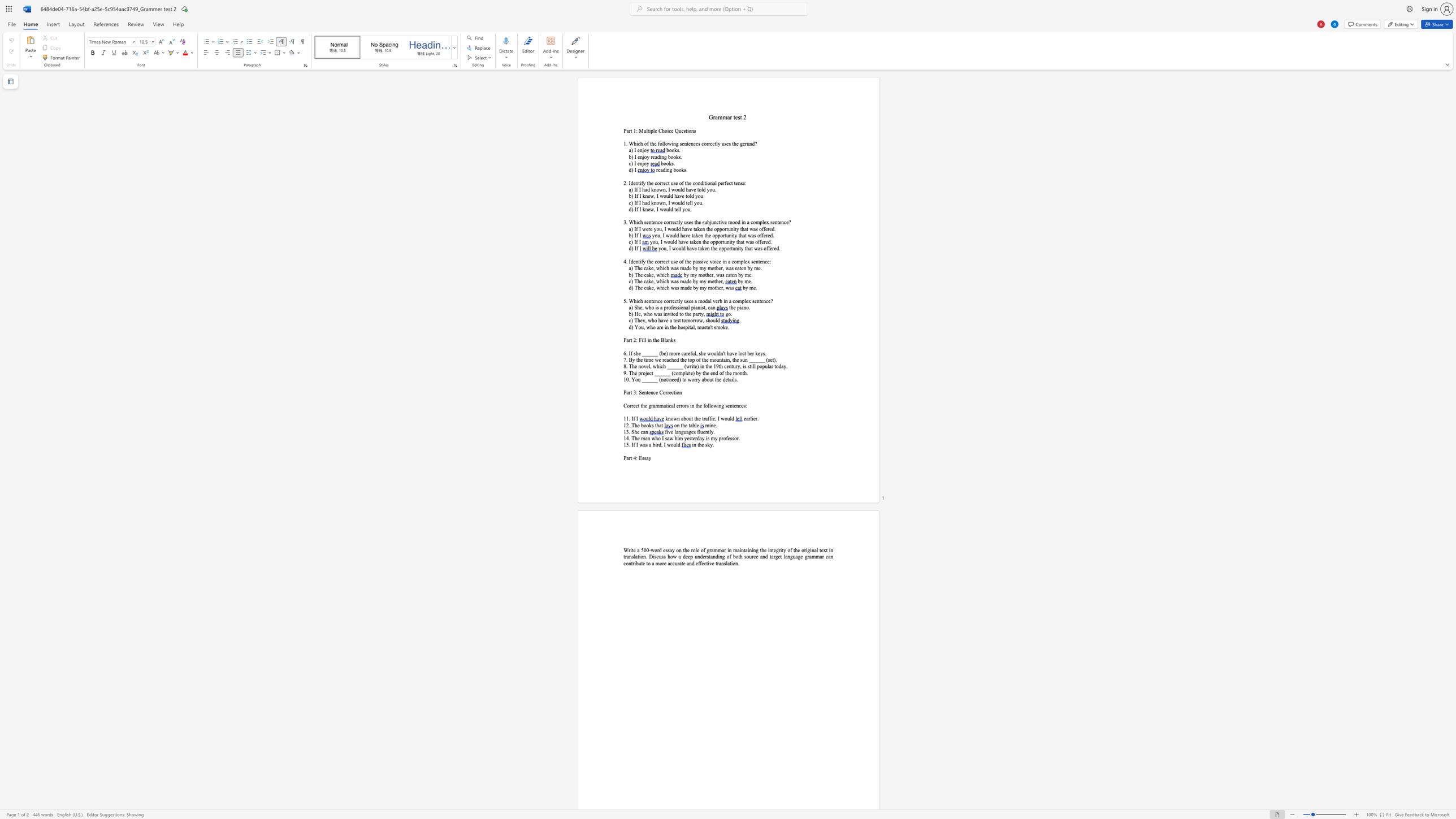 Image resolution: width=1456 pixels, height=819 pixels. I want to click on the space between the continuous character "d" and "e" in the text, so click(689, 287).